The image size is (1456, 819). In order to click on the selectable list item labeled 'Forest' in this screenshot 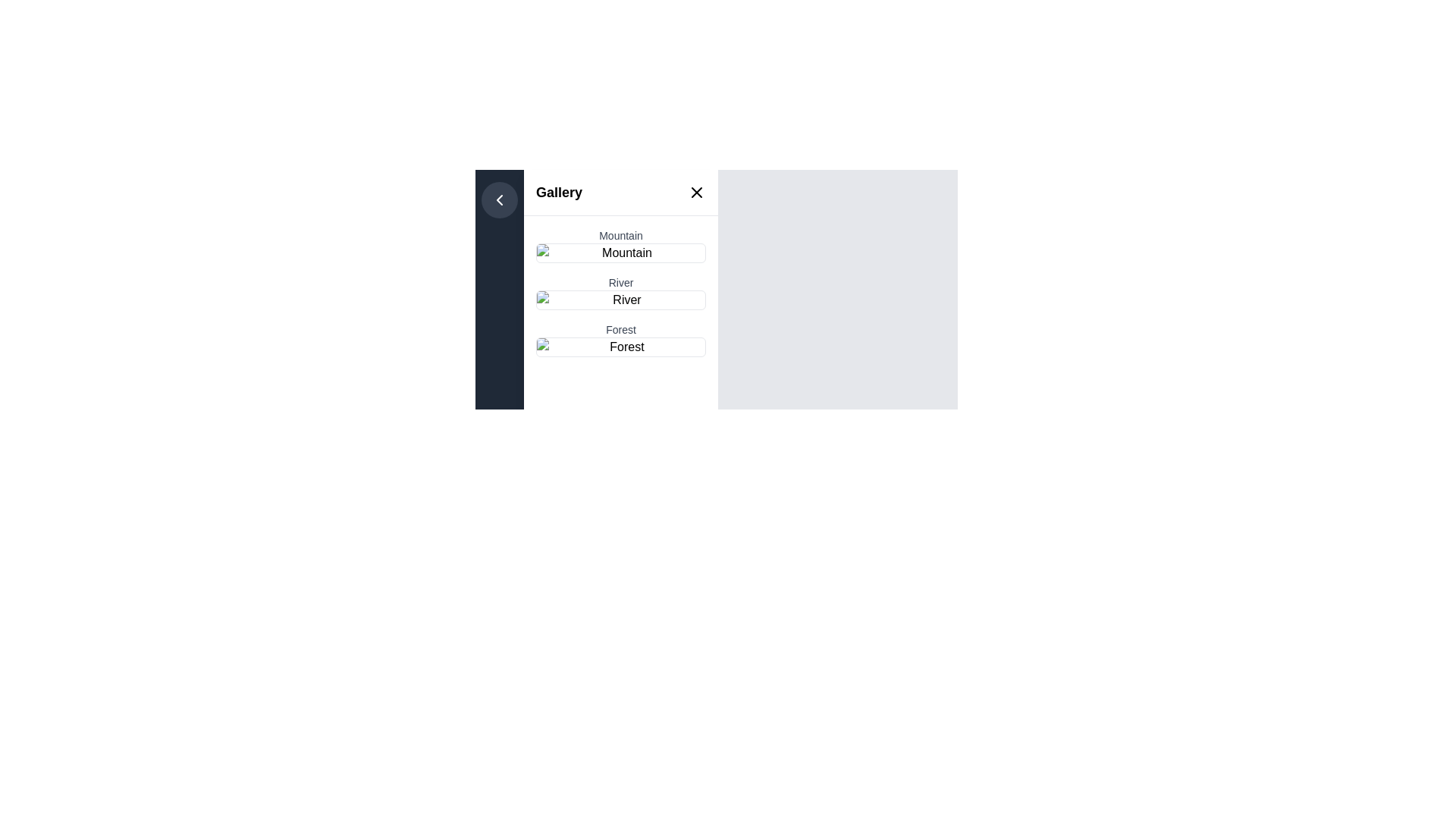, I will do `click(621, 338)`.